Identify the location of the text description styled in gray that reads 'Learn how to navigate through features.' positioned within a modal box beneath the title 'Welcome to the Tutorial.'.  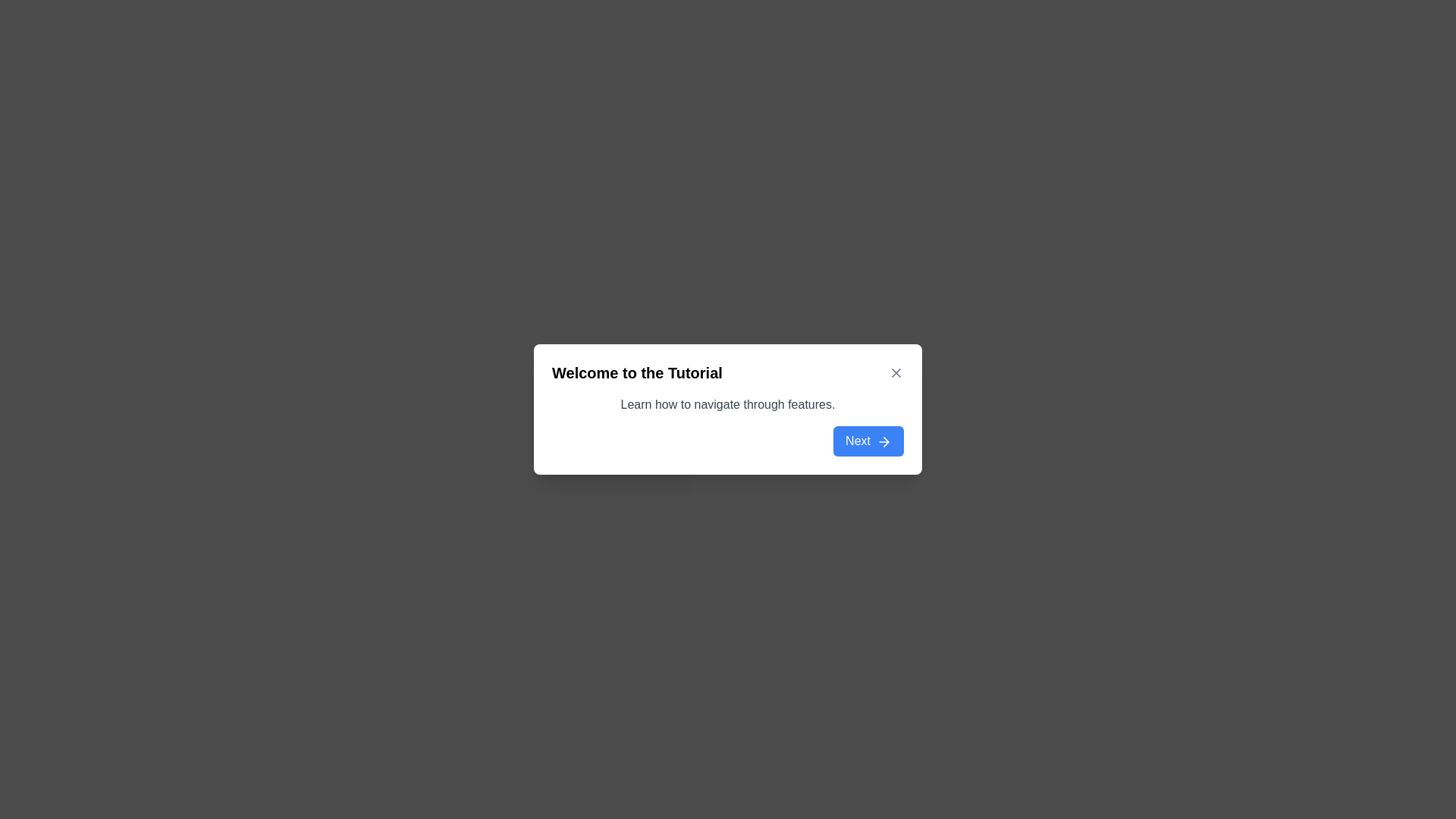
(728, 403).